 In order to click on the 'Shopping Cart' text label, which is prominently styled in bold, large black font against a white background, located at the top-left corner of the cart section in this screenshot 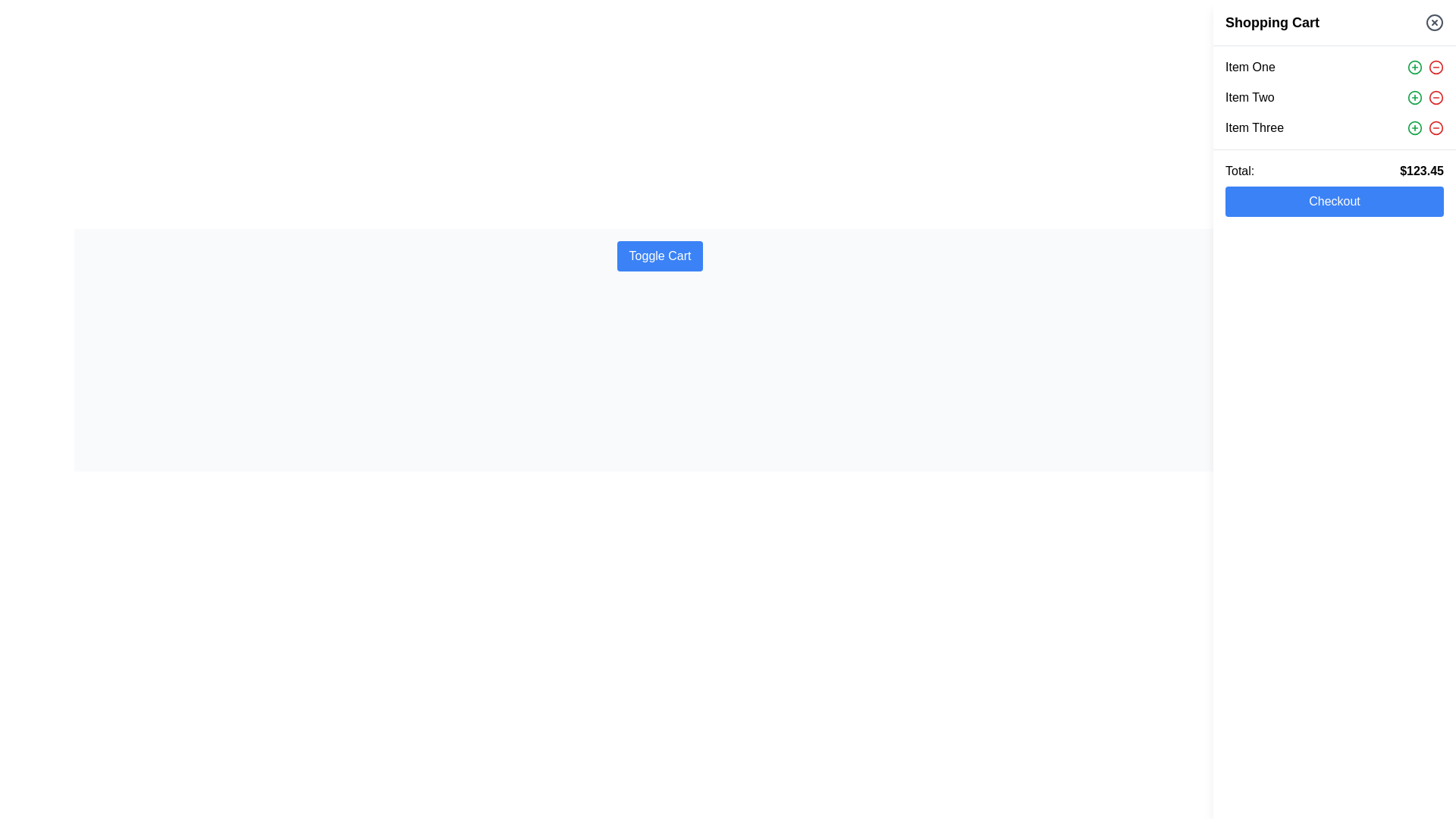, I will do `click(1272, 23)`.